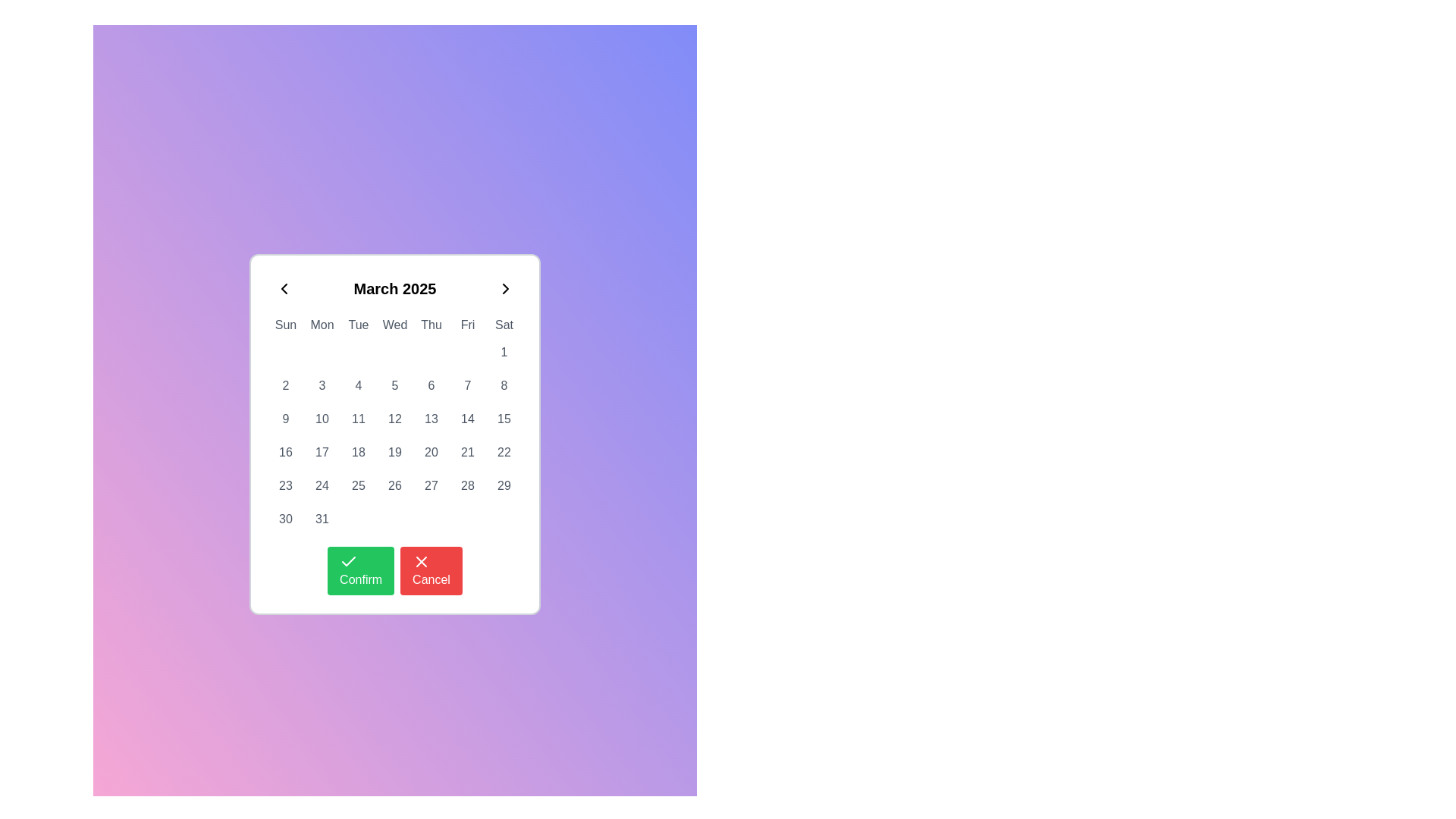 Image resolution: width=1456 pixels, height=819 pixels. What do you see at coordinates (431, 570) in the screenshot?
I see `the red rectangular 'Cancel' button with rounded corners, located to the right of the 'Confirm' button in the calendar interface, to observe the hover styling effect` at bounding box center [431, 570].